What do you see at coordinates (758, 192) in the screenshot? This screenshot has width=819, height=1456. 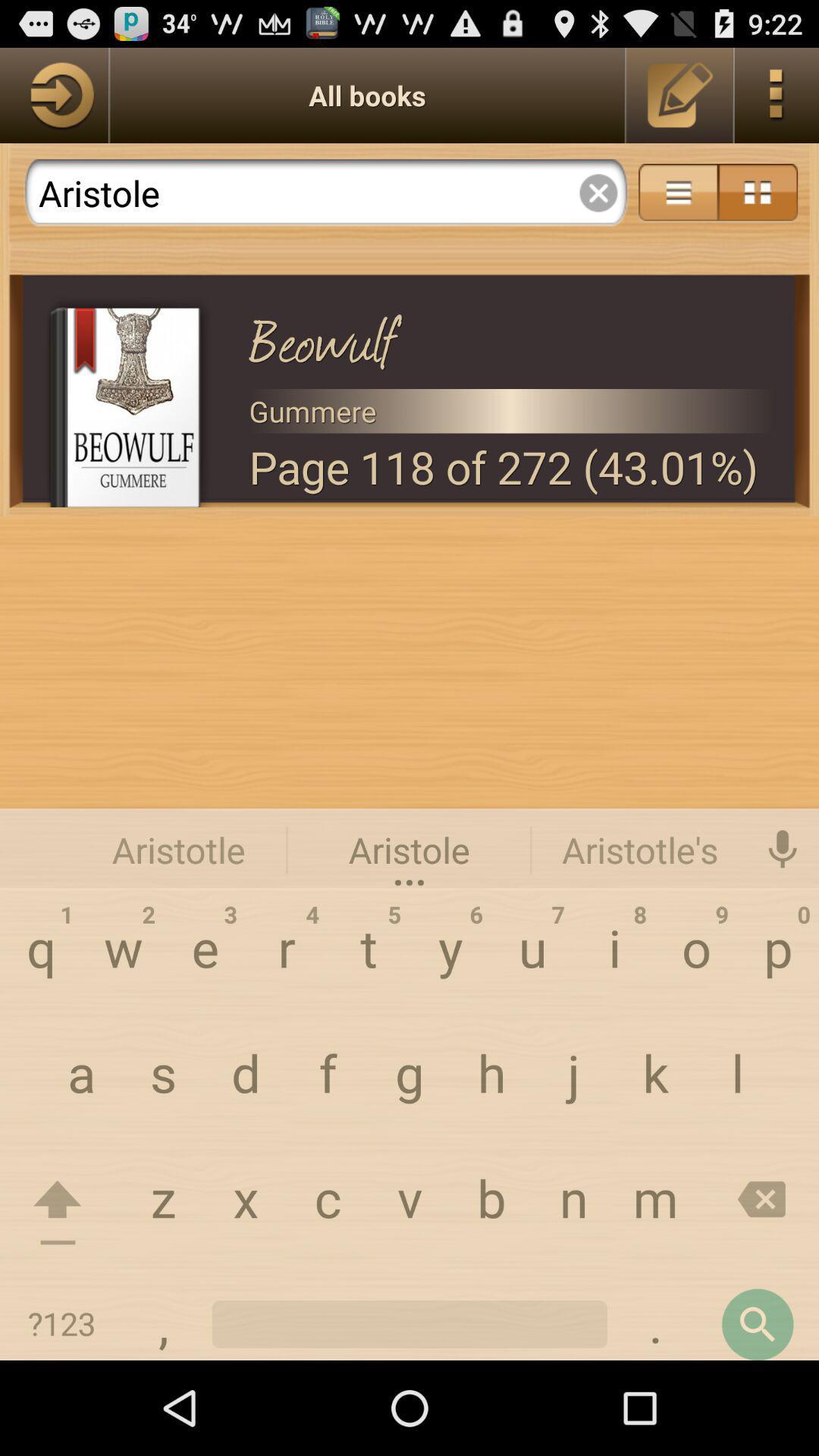 I see `menu option` at bounding box center [758, 192].